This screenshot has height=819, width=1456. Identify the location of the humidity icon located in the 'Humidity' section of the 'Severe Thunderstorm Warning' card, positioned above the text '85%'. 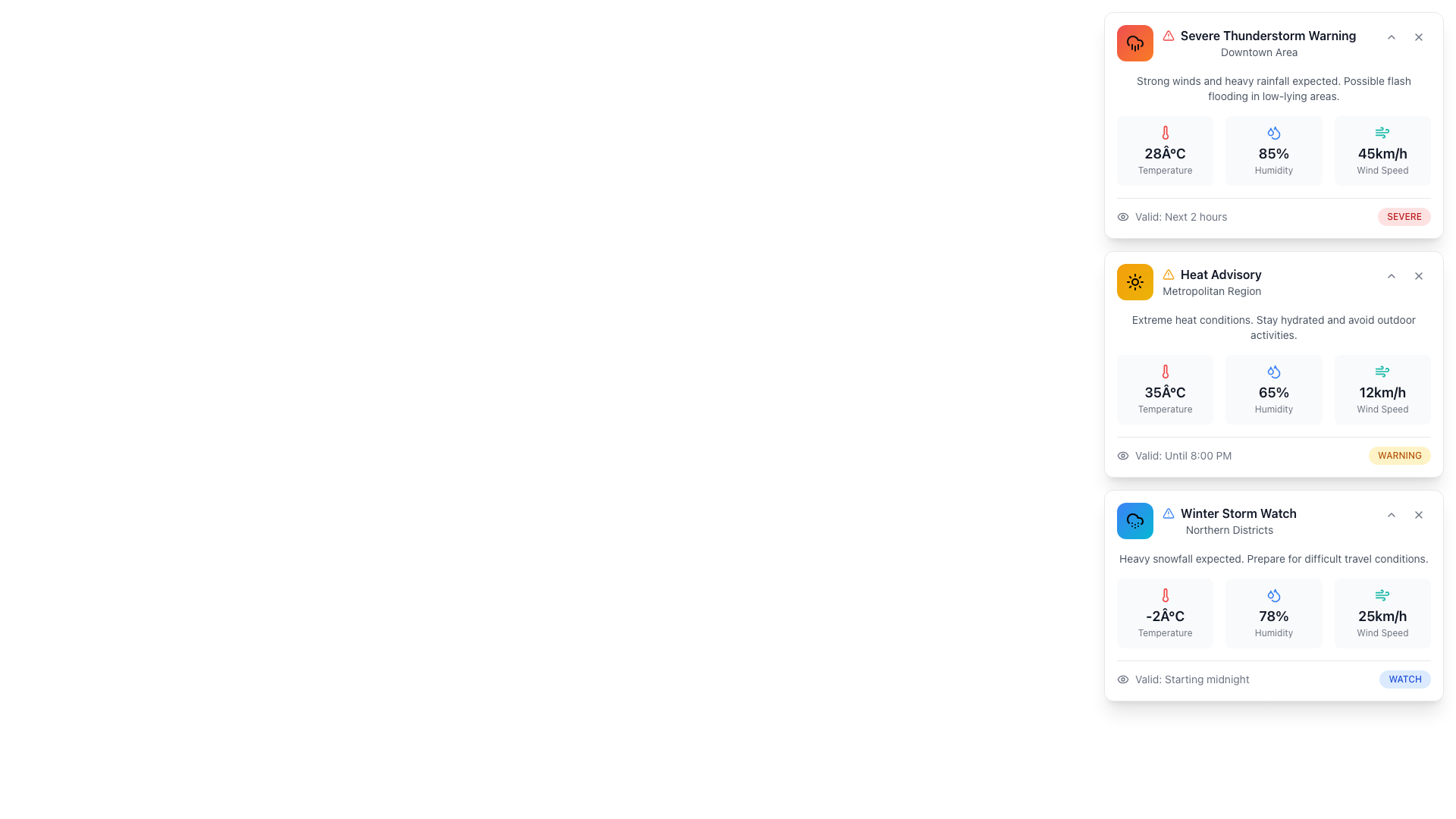
(1274, 131).